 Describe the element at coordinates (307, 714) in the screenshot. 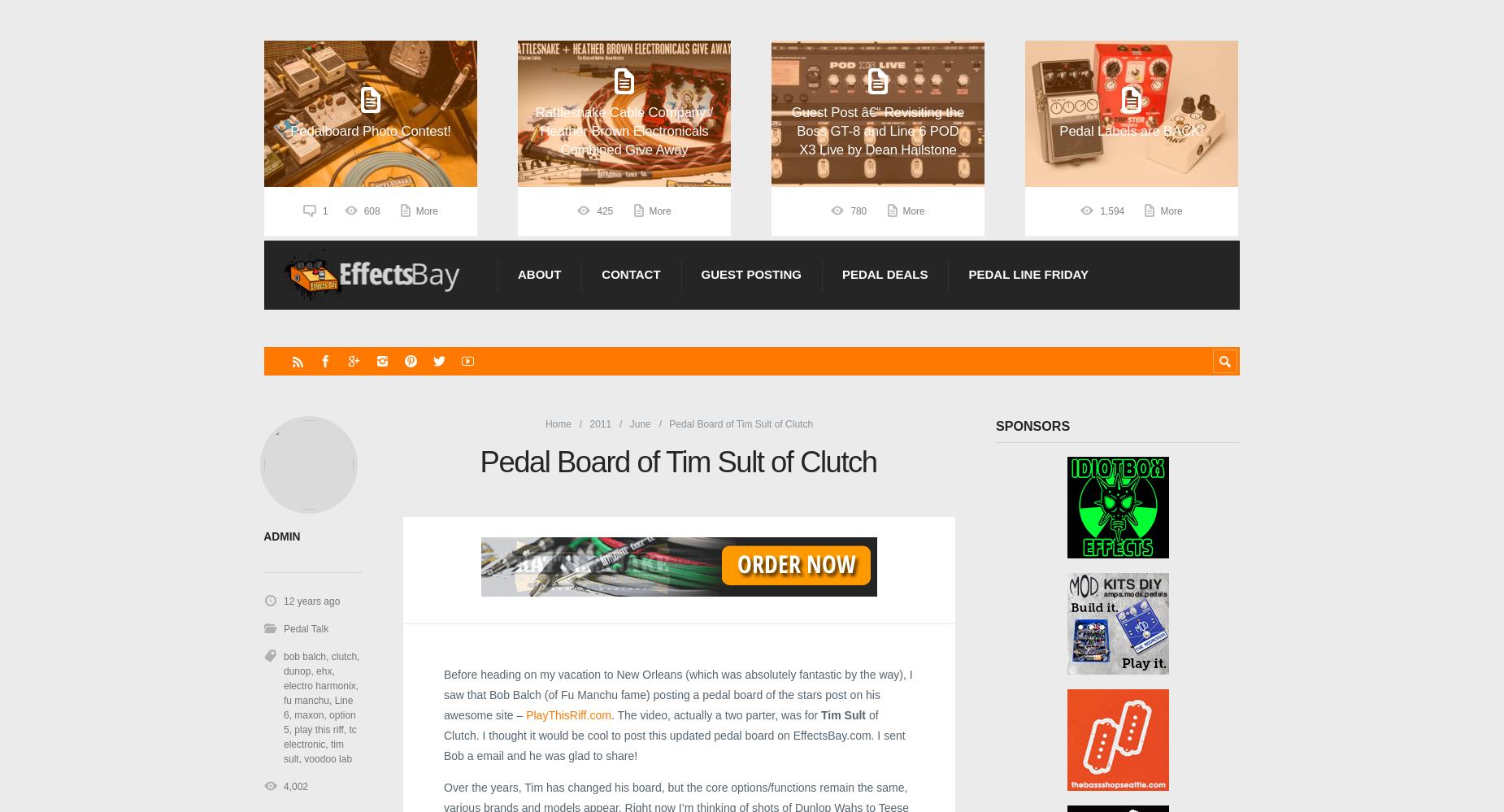

I see `'maxon'` at that location.